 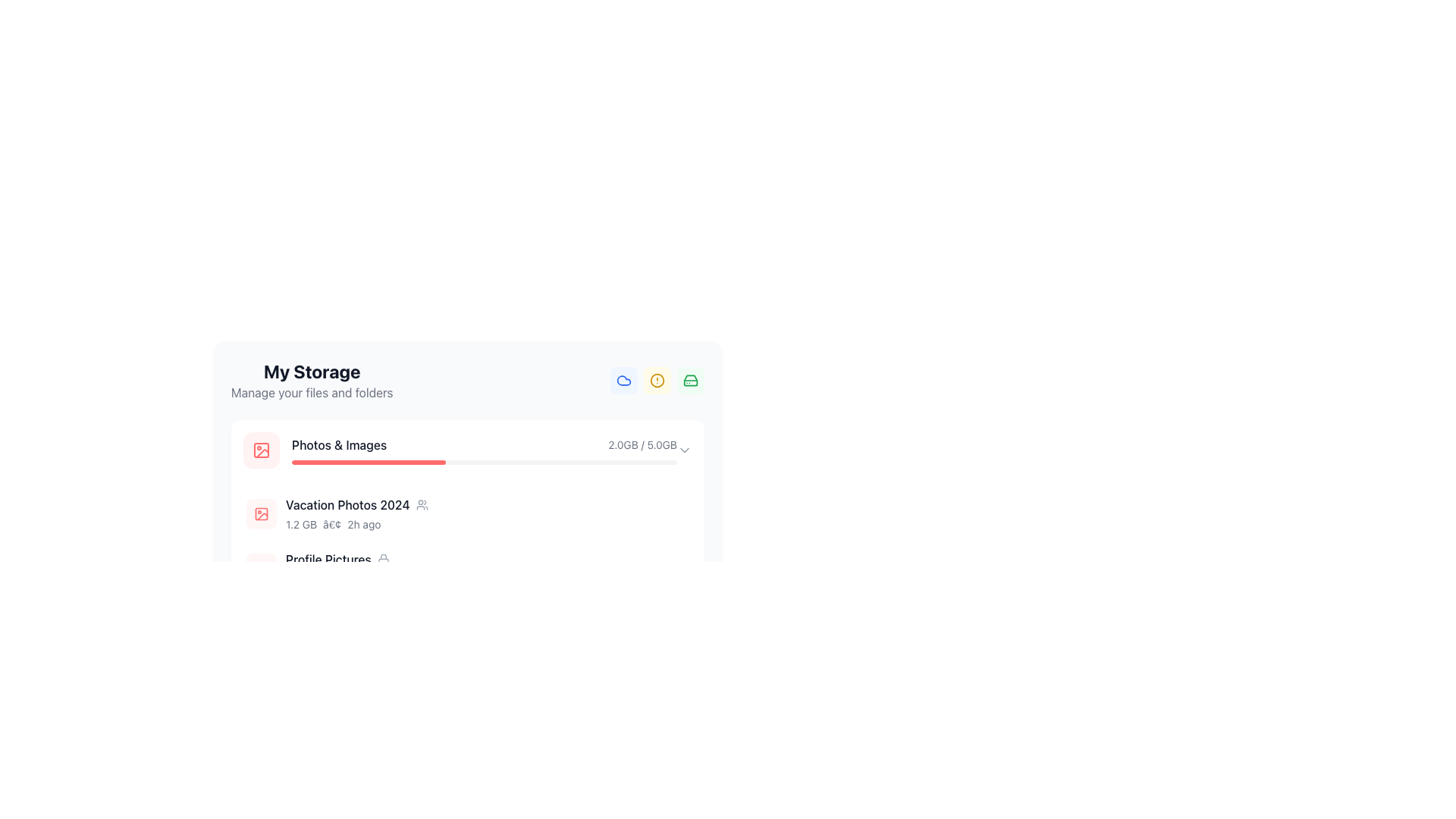 What do you see at coordinates (623, 379) in the screenshot?
I see `the cloud-shaped icon with a blue outline and a white background located in the top-right section of the interface to interact with the storage-related feature it represents` at bounding box center [623, 379].